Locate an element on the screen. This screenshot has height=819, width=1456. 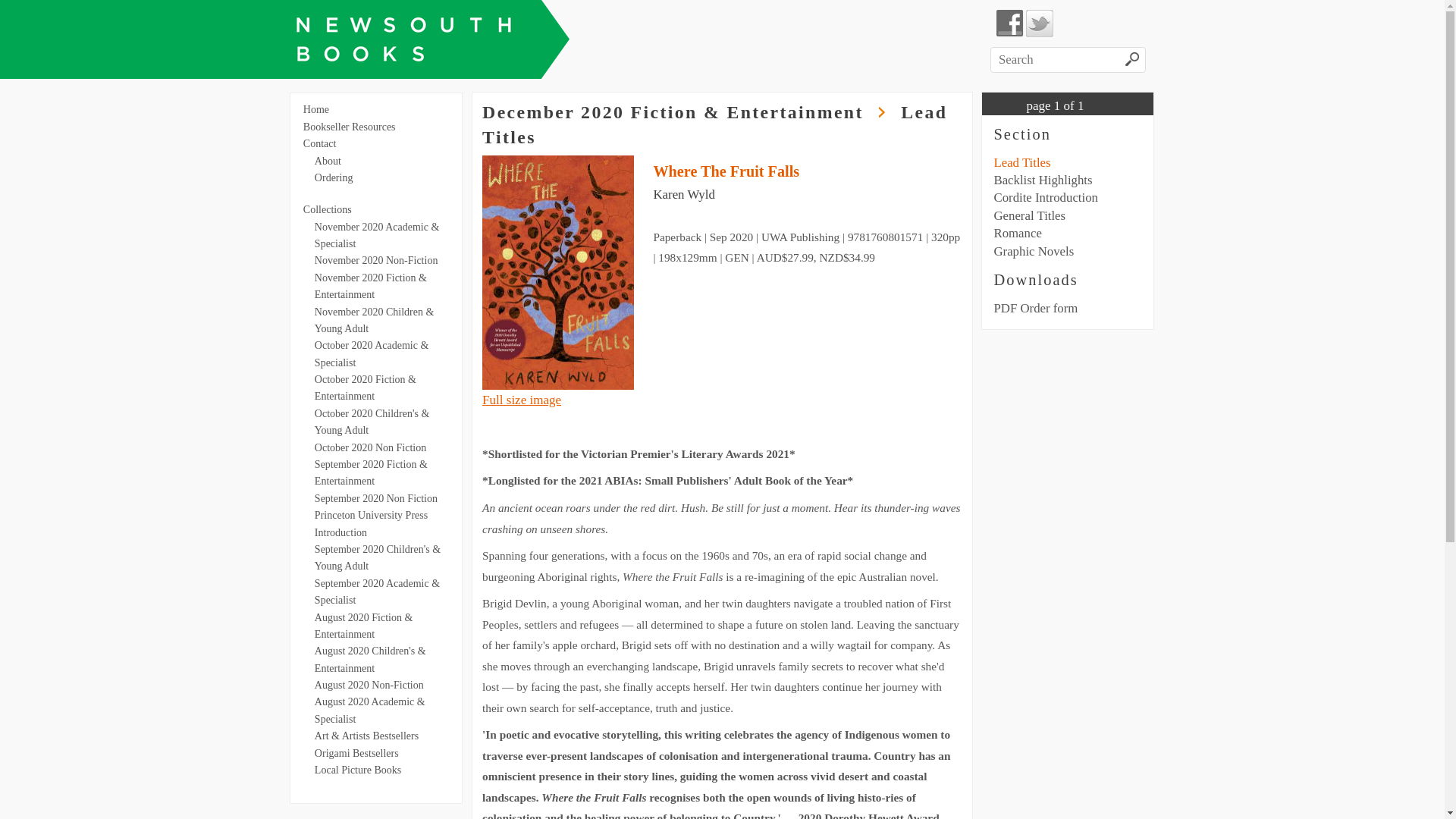
'Graphic Novels' is located at coordinates (1033, 250).